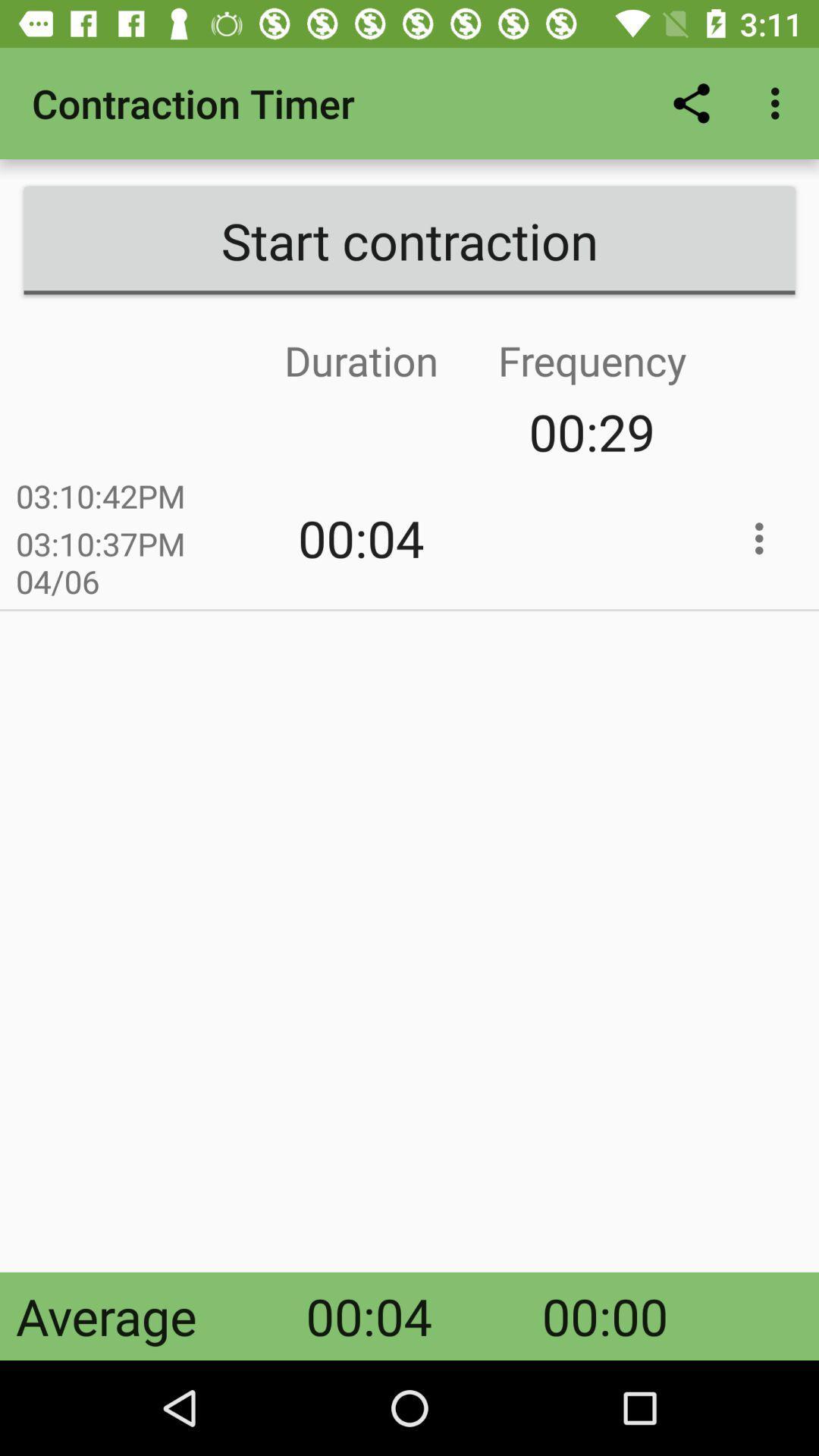  I want to click on the share button, so click(691, 103).